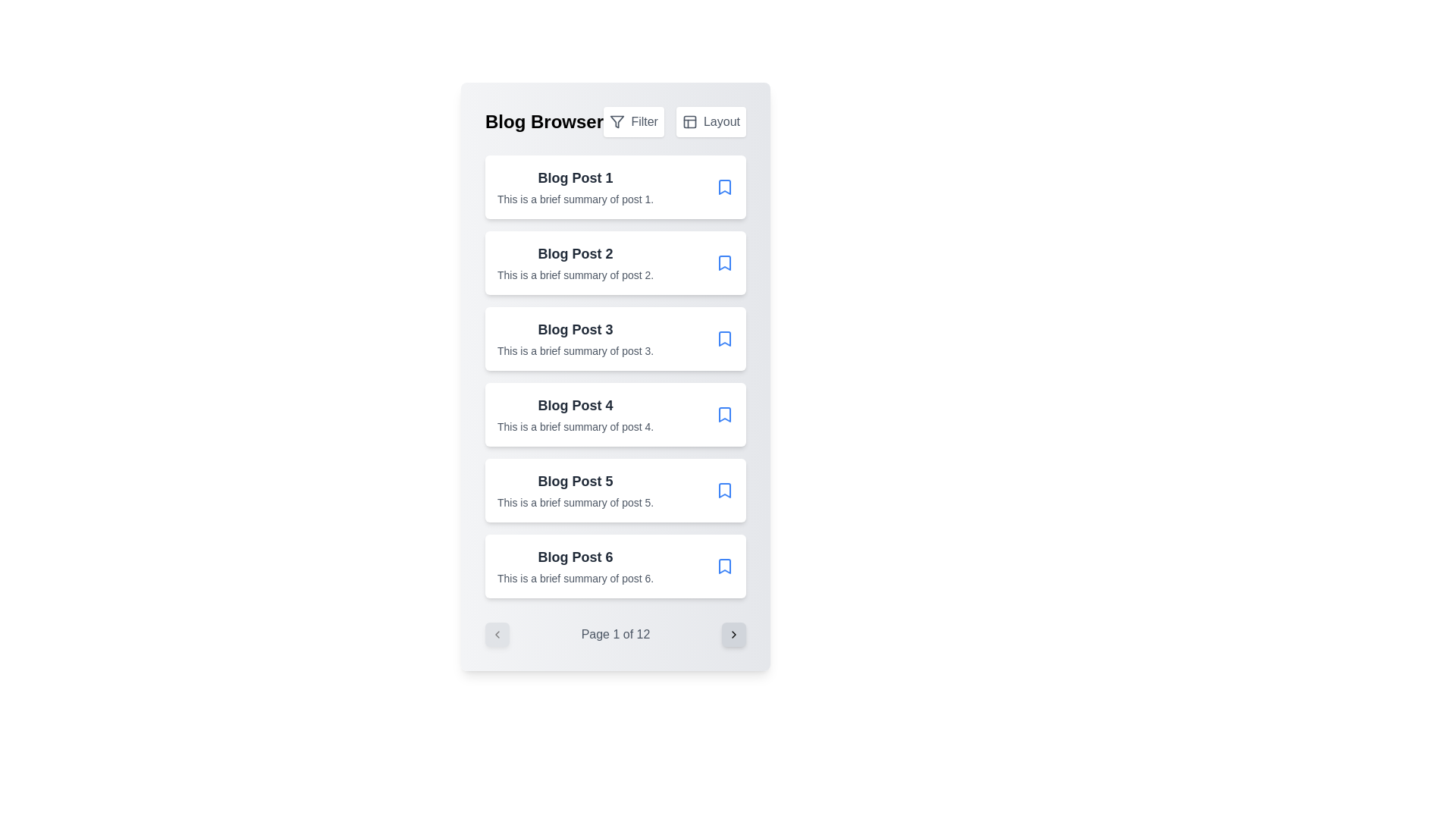 The height and width of the screenshot is (819, 1456). I want to click on the light blue bookmark icon located at the top-right corner of the 'Blog Post 3' card, so click(723, 338).